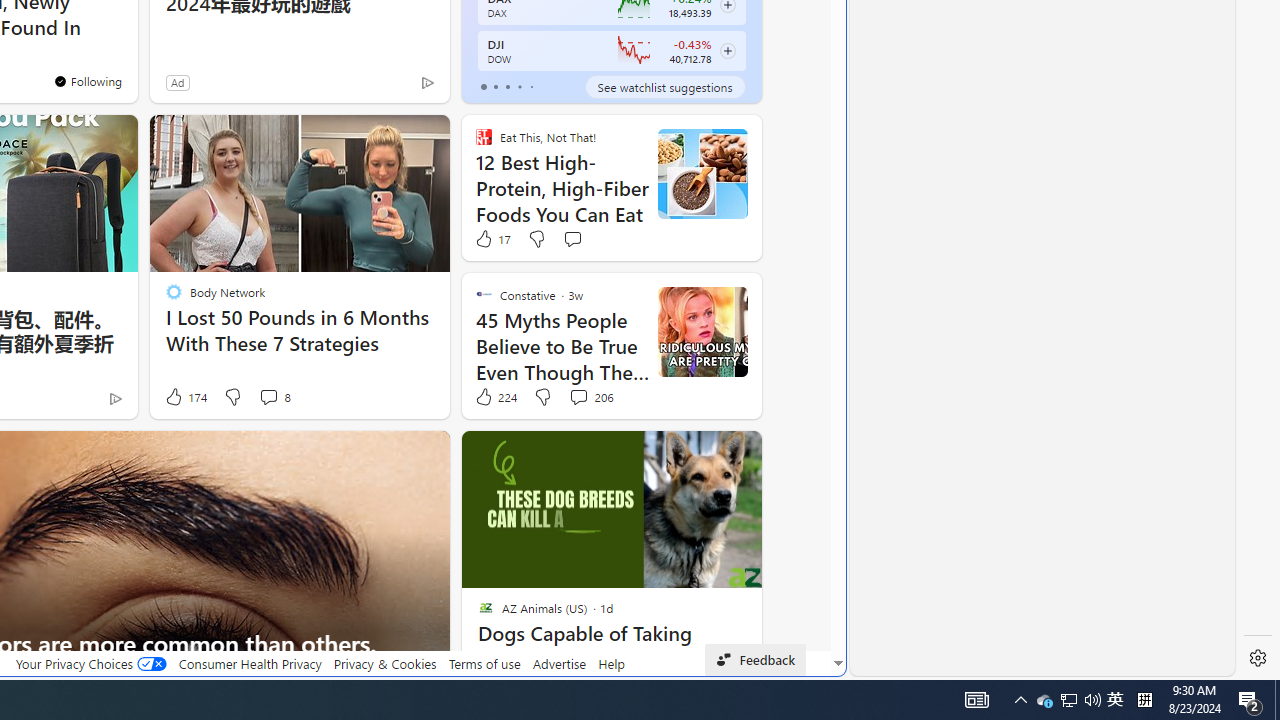 This screenshot has height=720, width=1280. What do you see at coordinates (610, 663) in the screenshot?
I see `'Help'` at bounding box center [610, 663].